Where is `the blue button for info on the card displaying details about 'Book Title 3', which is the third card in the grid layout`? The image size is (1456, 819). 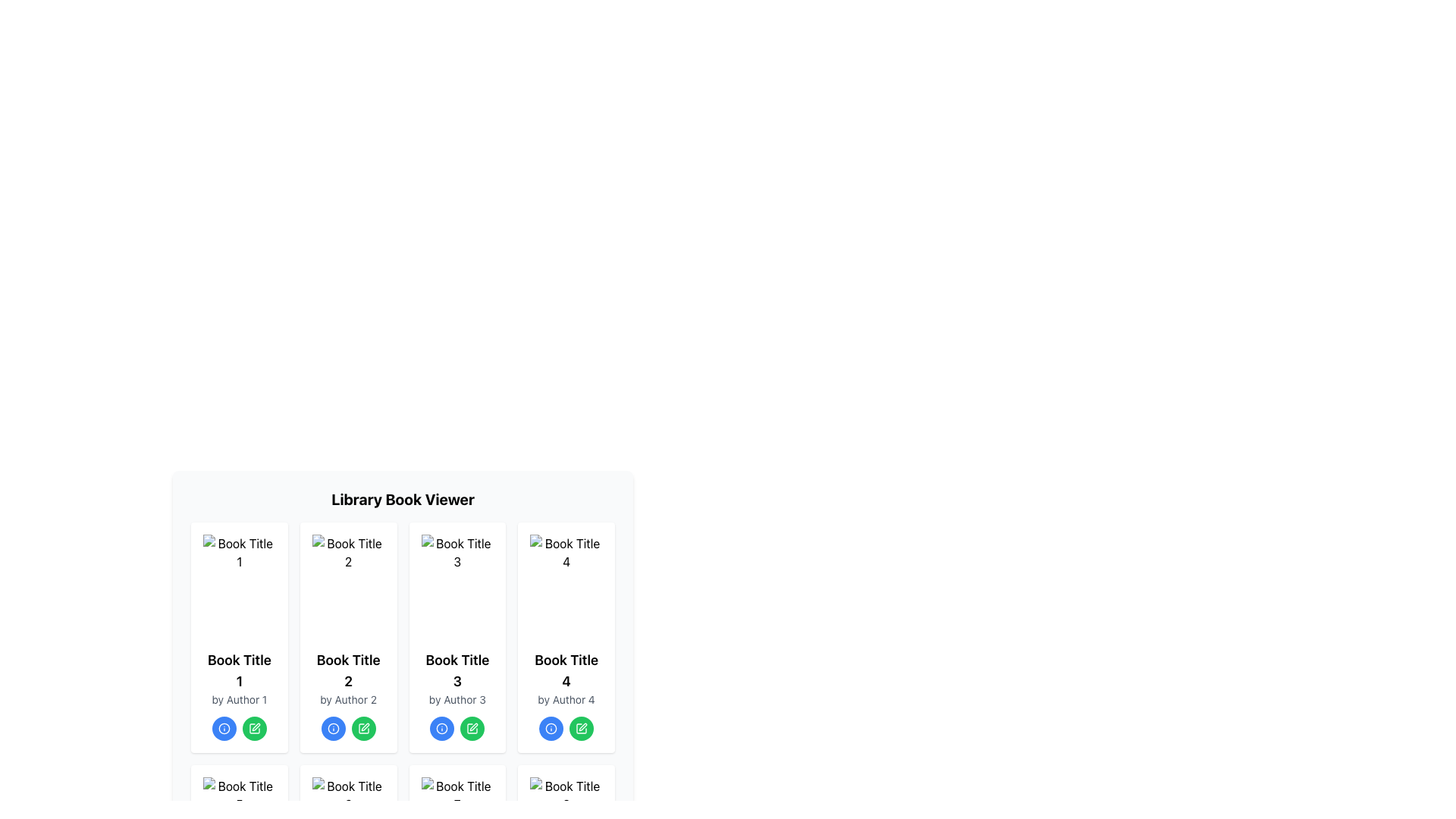
the blue button for info on the card displaying details about 'Book Title 3', which is the third card in the grid layout is located at coordinates (457, 637).